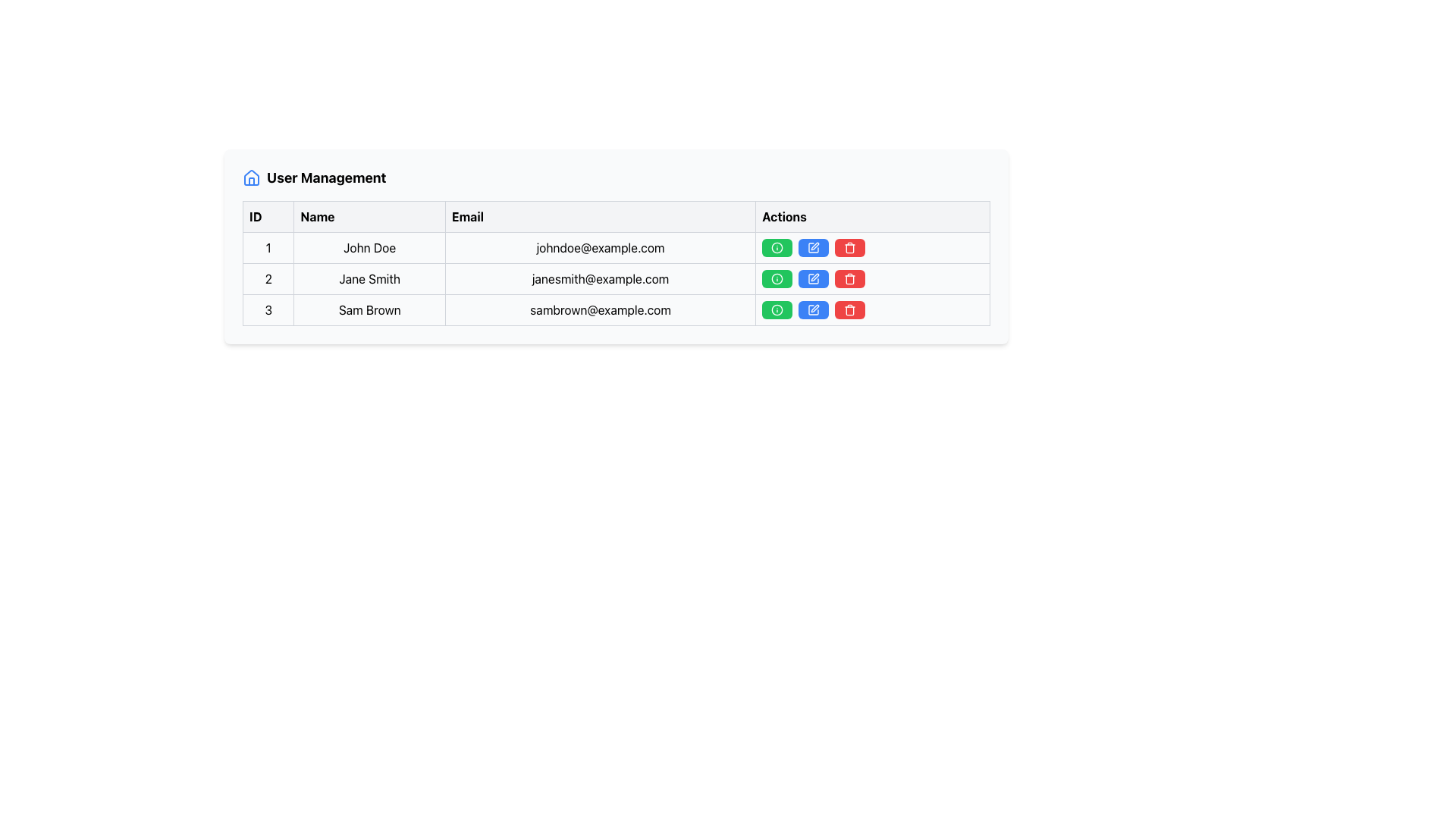 Image resolution: width=1456 pixels, height=819 pixels. Describe the element at coordinates (777, 247) in the screenshot. I see `the information button located in the 'Actions' column of the first row, adjacent to the email 'johndoe@example.com'` at that location.